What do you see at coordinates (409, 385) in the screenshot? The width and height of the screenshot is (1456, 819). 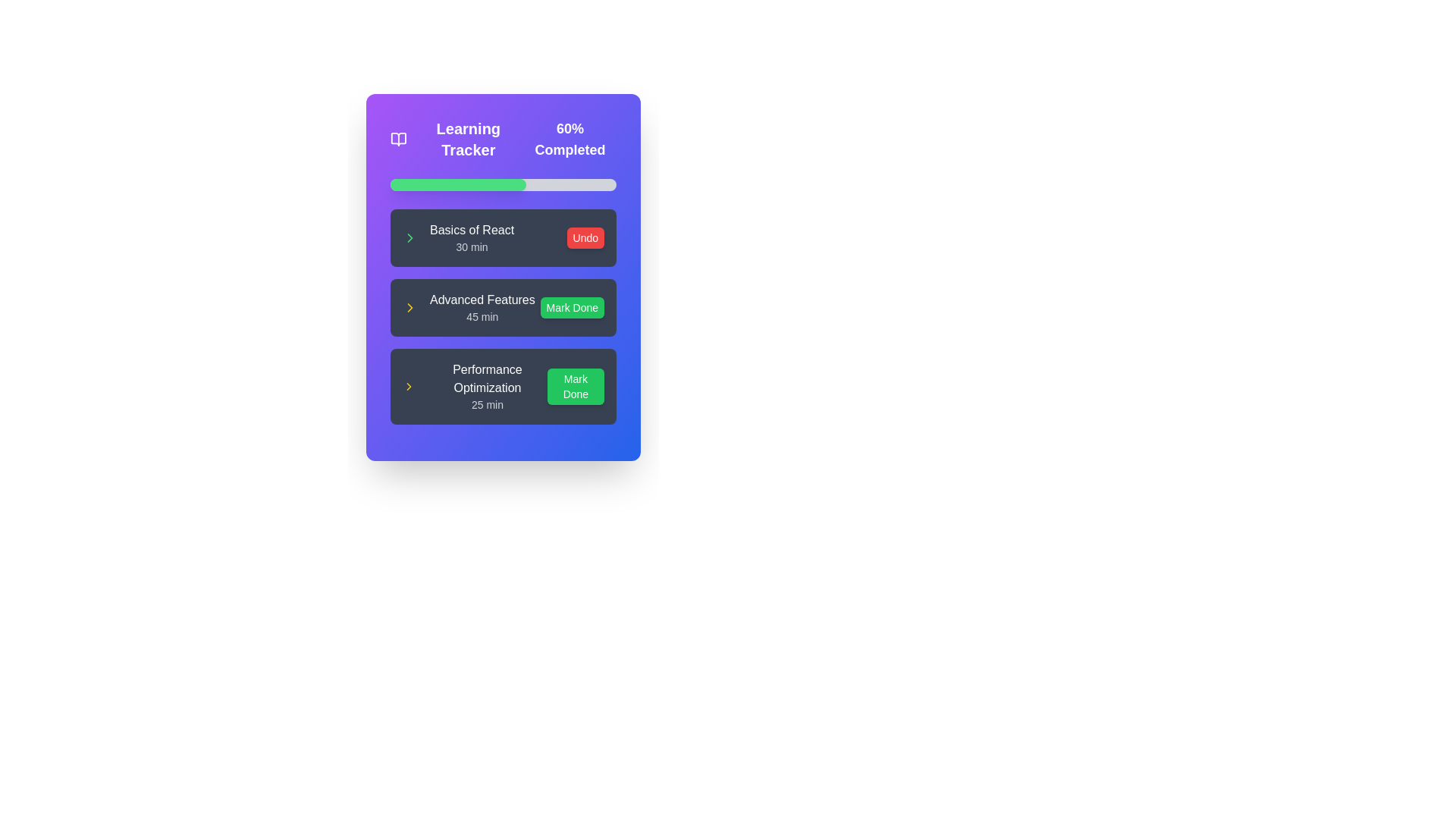 I see `the Icon Button located on the left side of the card labeled 'Performance Optimization', which is the third card in the vertical list of learning topics` at bounding box center [409, 385].